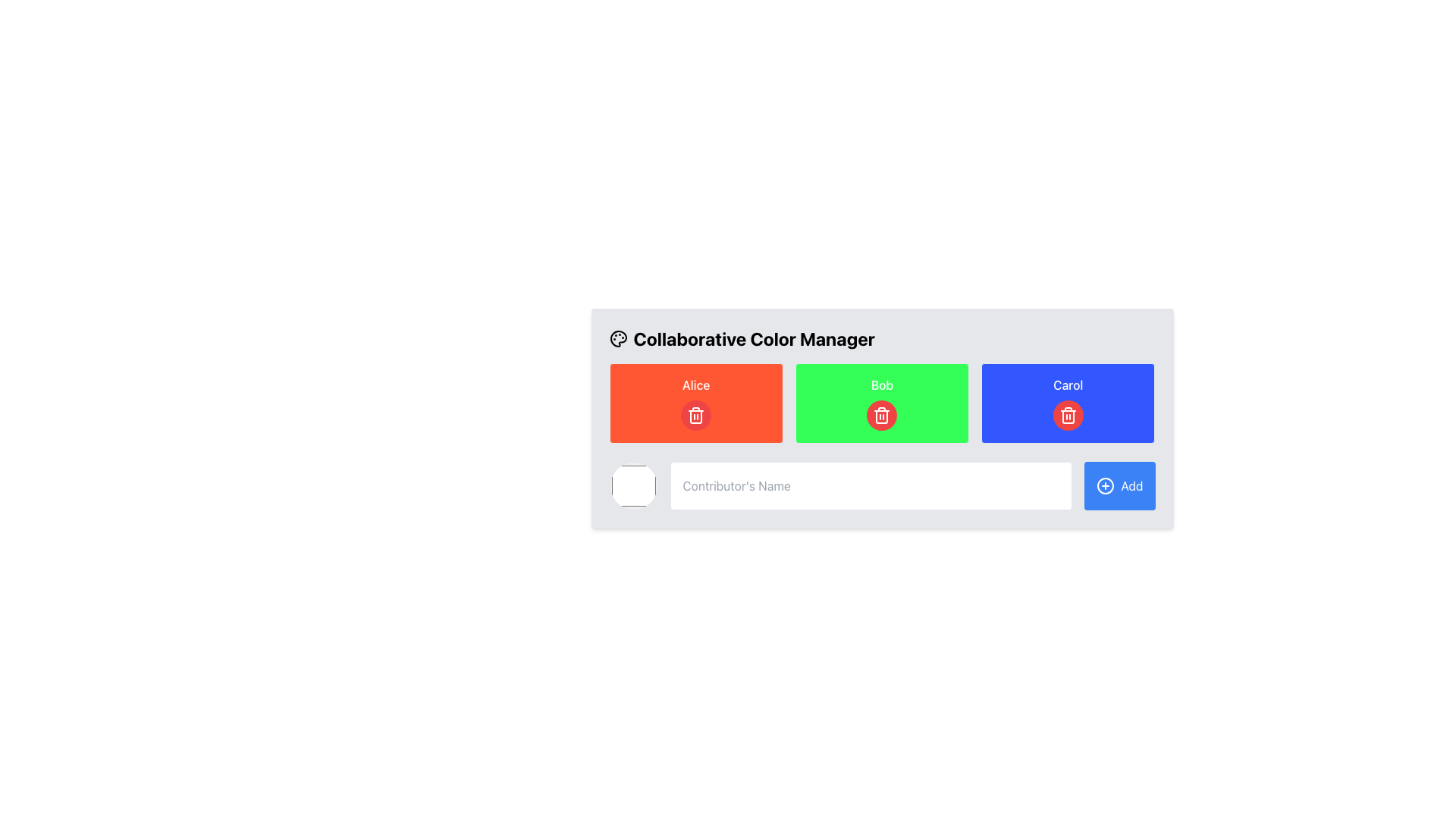 The width and height of the screenshot is (1456, 819). What do you see at coordinates (882, 415) in the screenshot?
I see `the delete icon button associated with the 'Bob' entry to possibly display additional information` at bounding box center [882, 415].